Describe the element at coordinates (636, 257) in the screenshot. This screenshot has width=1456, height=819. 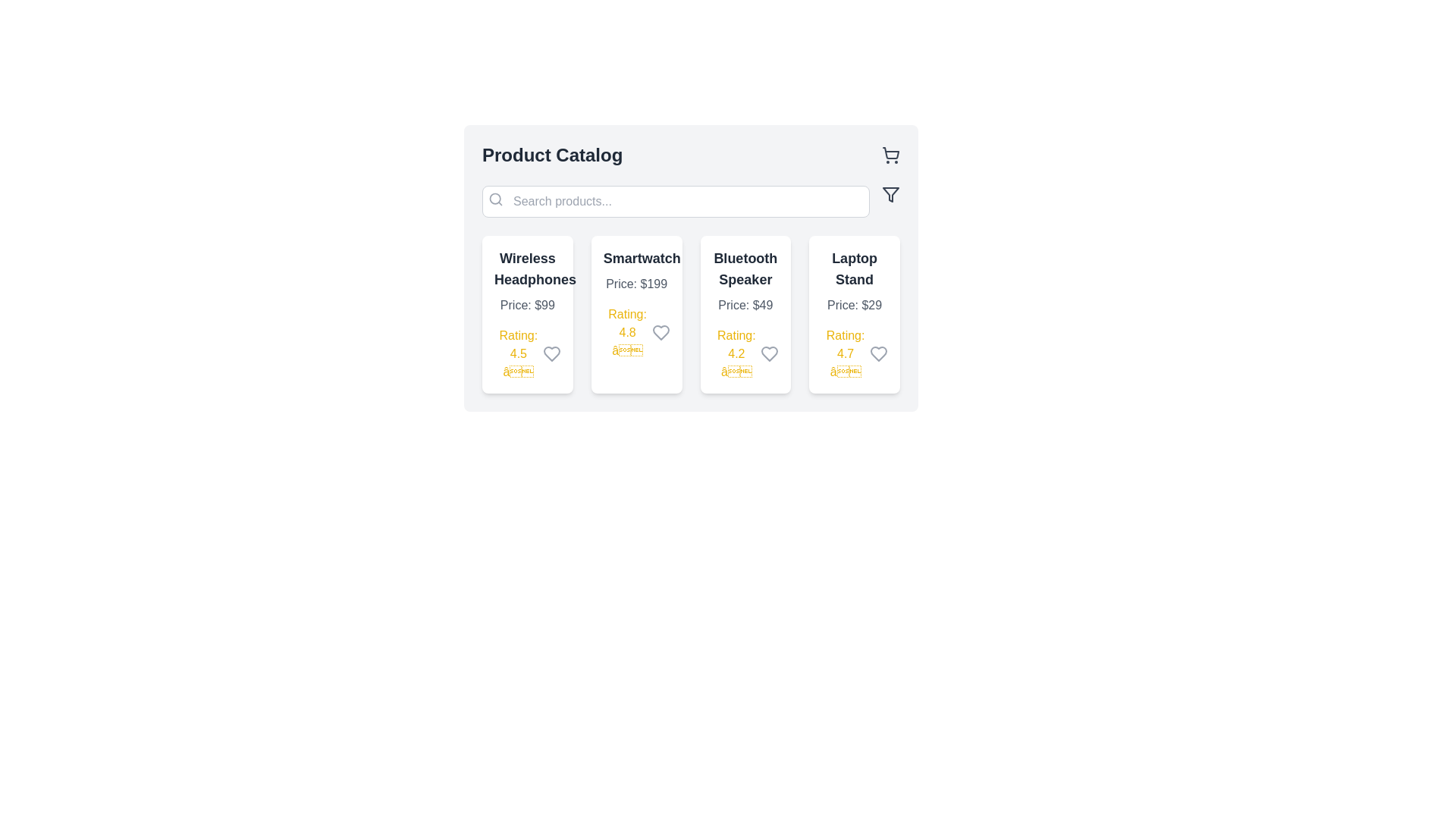
I see `the text label displaying 'Smartwatch' in bold, dark gray font located in the second card of the product catalog` at that location.